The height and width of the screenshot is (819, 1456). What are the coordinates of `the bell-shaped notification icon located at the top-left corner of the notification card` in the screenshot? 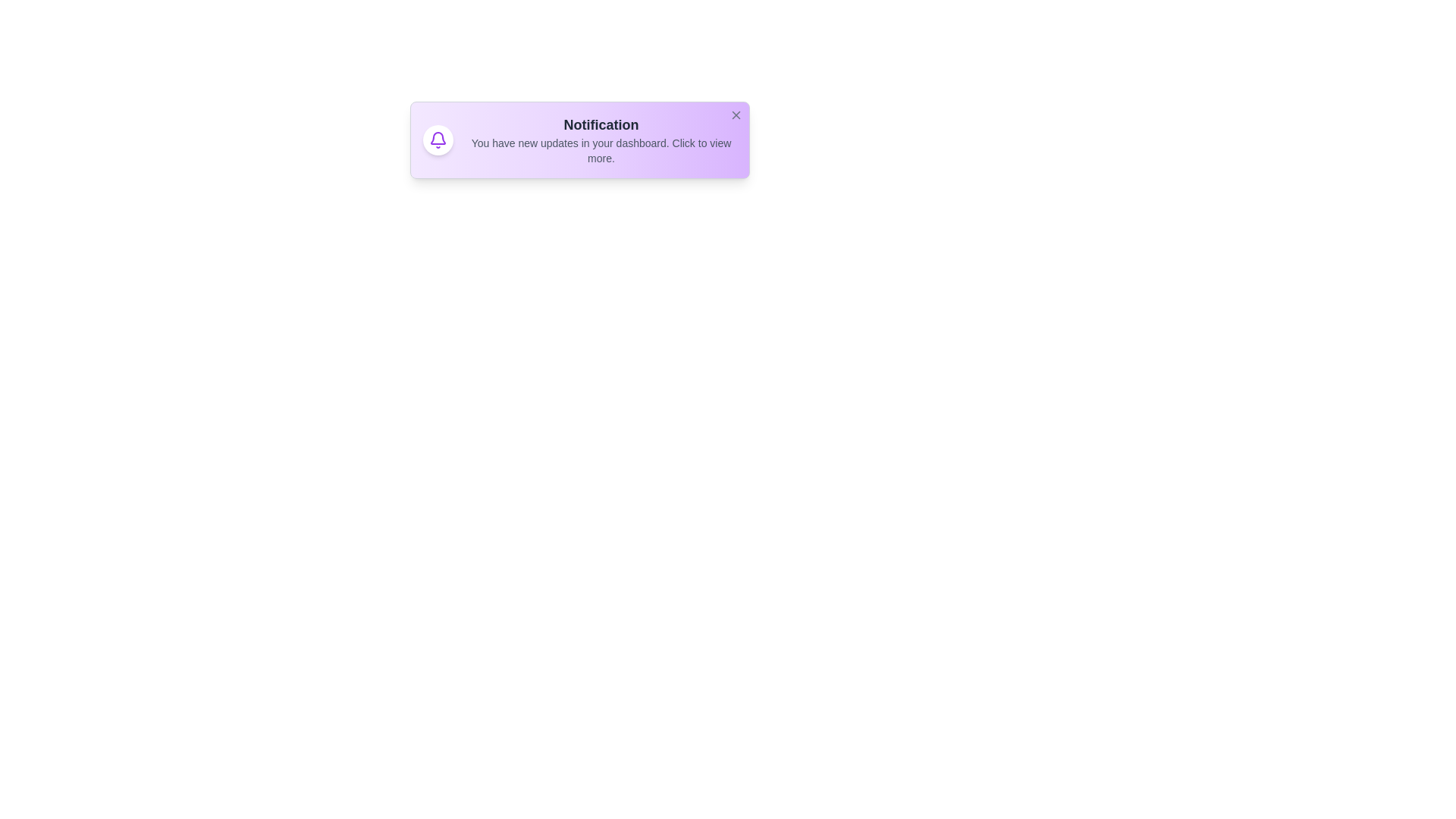 It's located at (437, 138).